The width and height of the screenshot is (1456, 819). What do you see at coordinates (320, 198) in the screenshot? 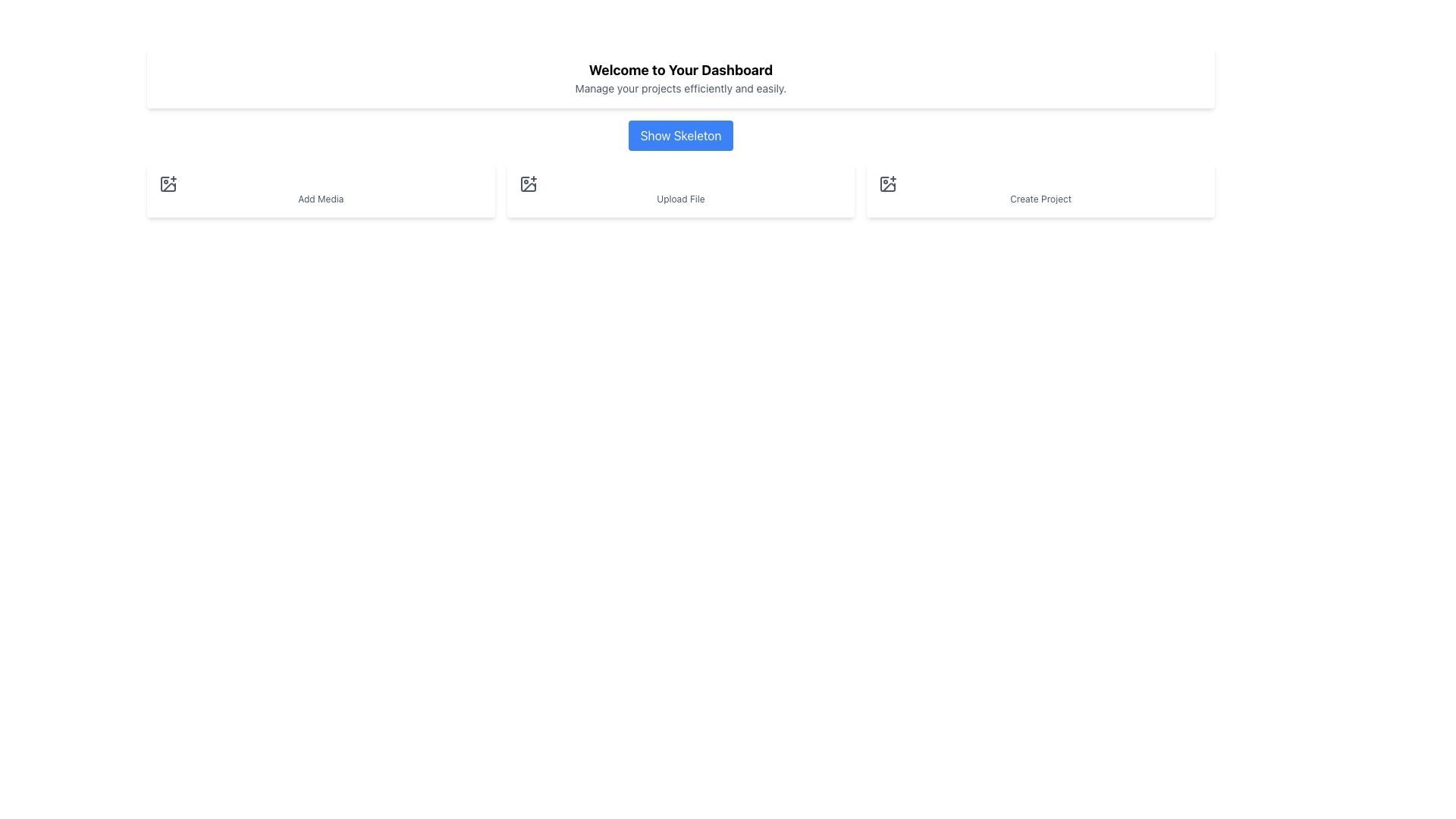
I see `the text label that provides context for the adjacent image-plus icon in the card layout` at bounding box center [320, 198].